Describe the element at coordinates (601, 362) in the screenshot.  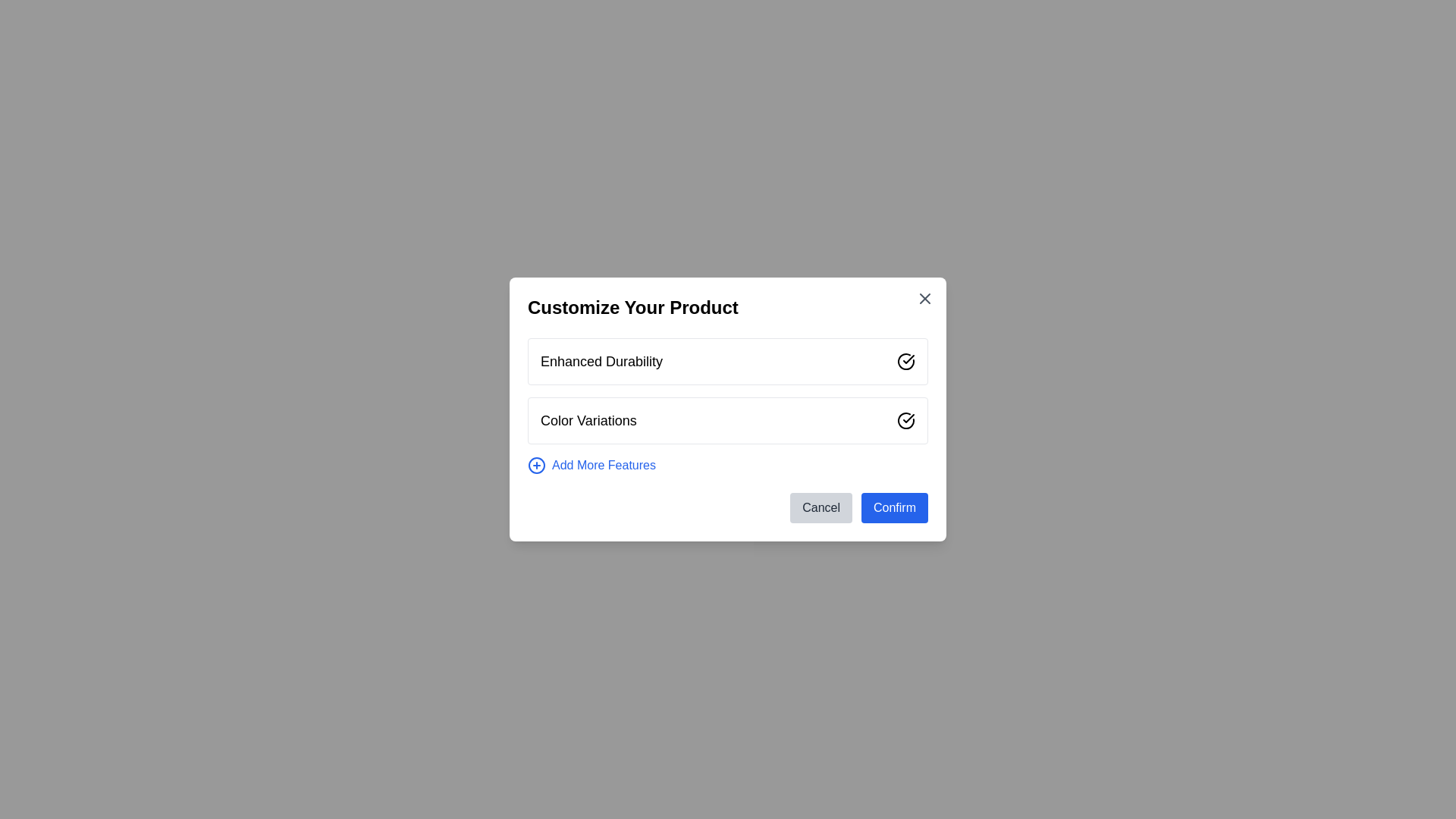
I see `the static text label in the upper section of the 'Customize Your Product' dialog box, which describes a selectable feature` at that location.